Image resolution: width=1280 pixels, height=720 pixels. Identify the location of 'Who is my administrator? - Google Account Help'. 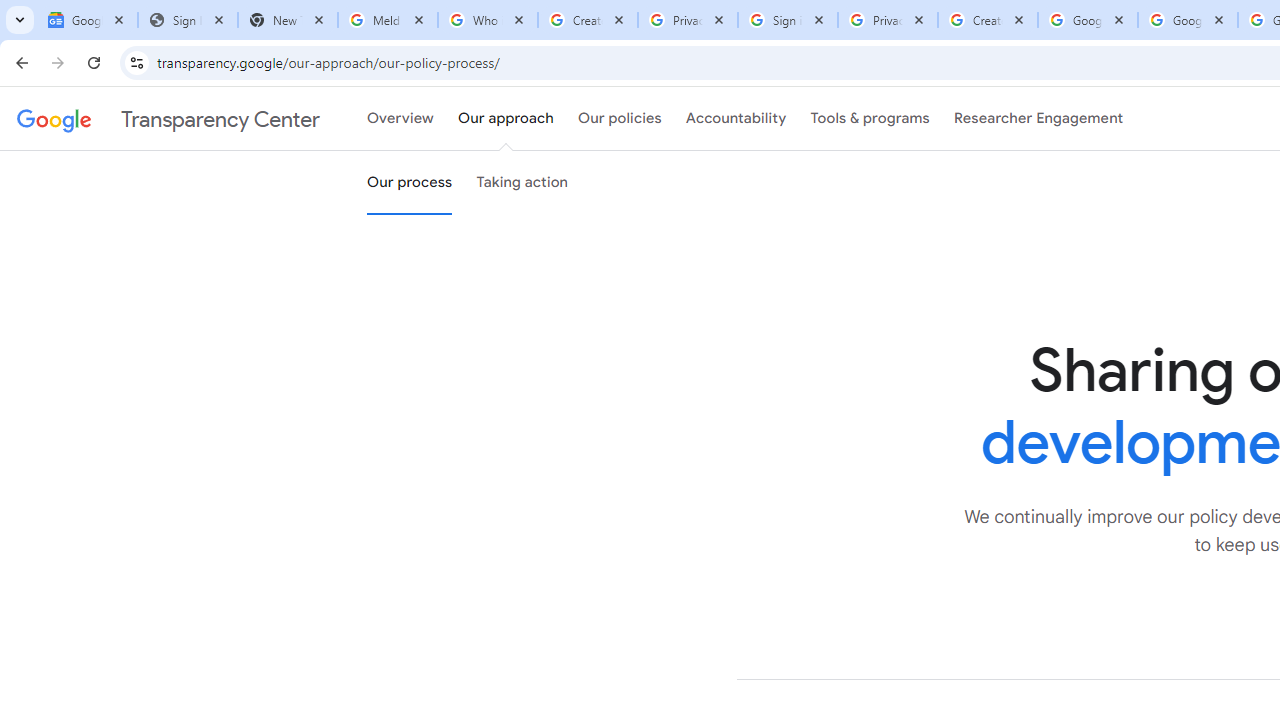
(487, 20).